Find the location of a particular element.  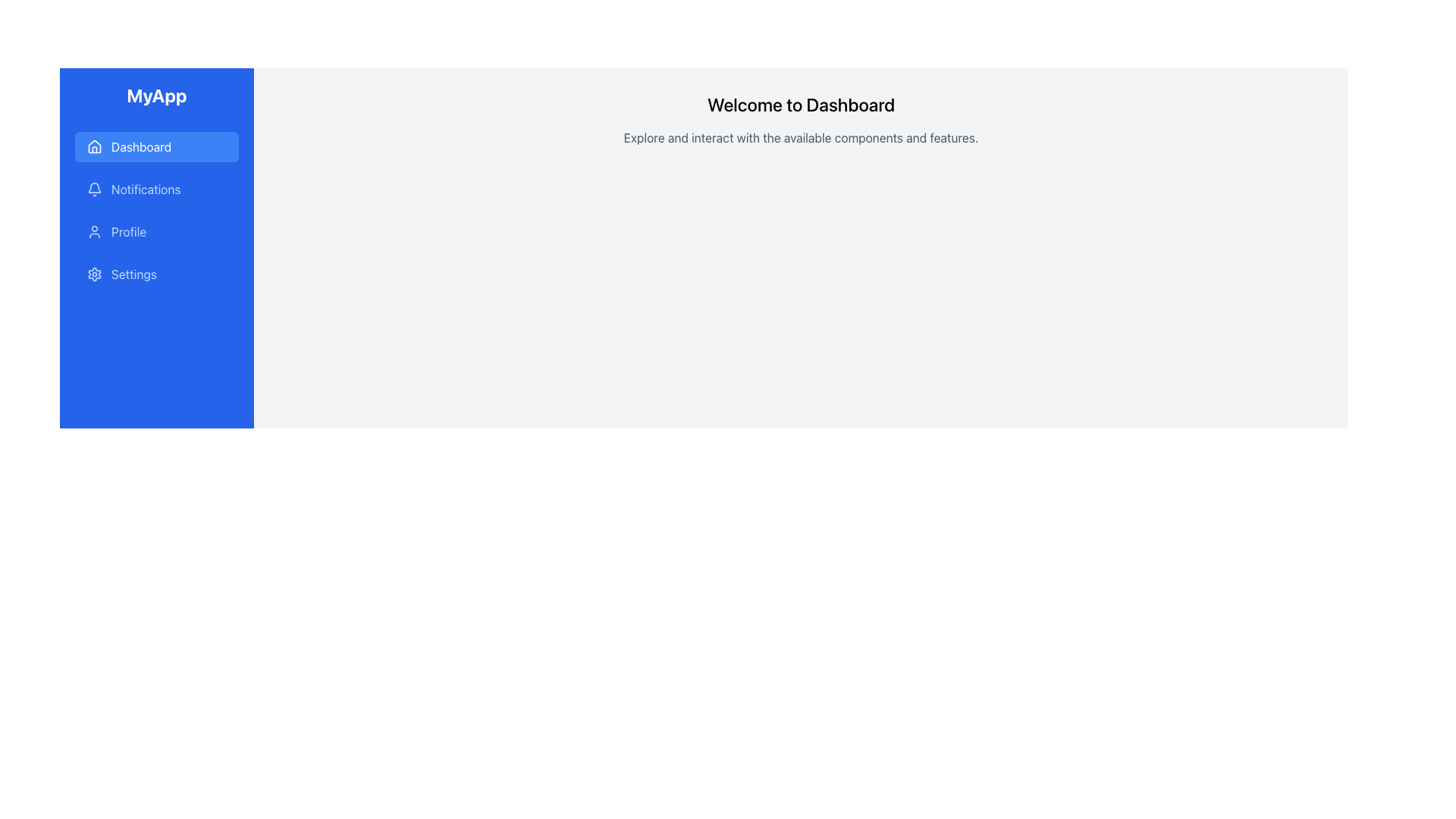

the user icon representing the 'Profile' option in the vertical navigation menu is located at coordinates (93, 231).